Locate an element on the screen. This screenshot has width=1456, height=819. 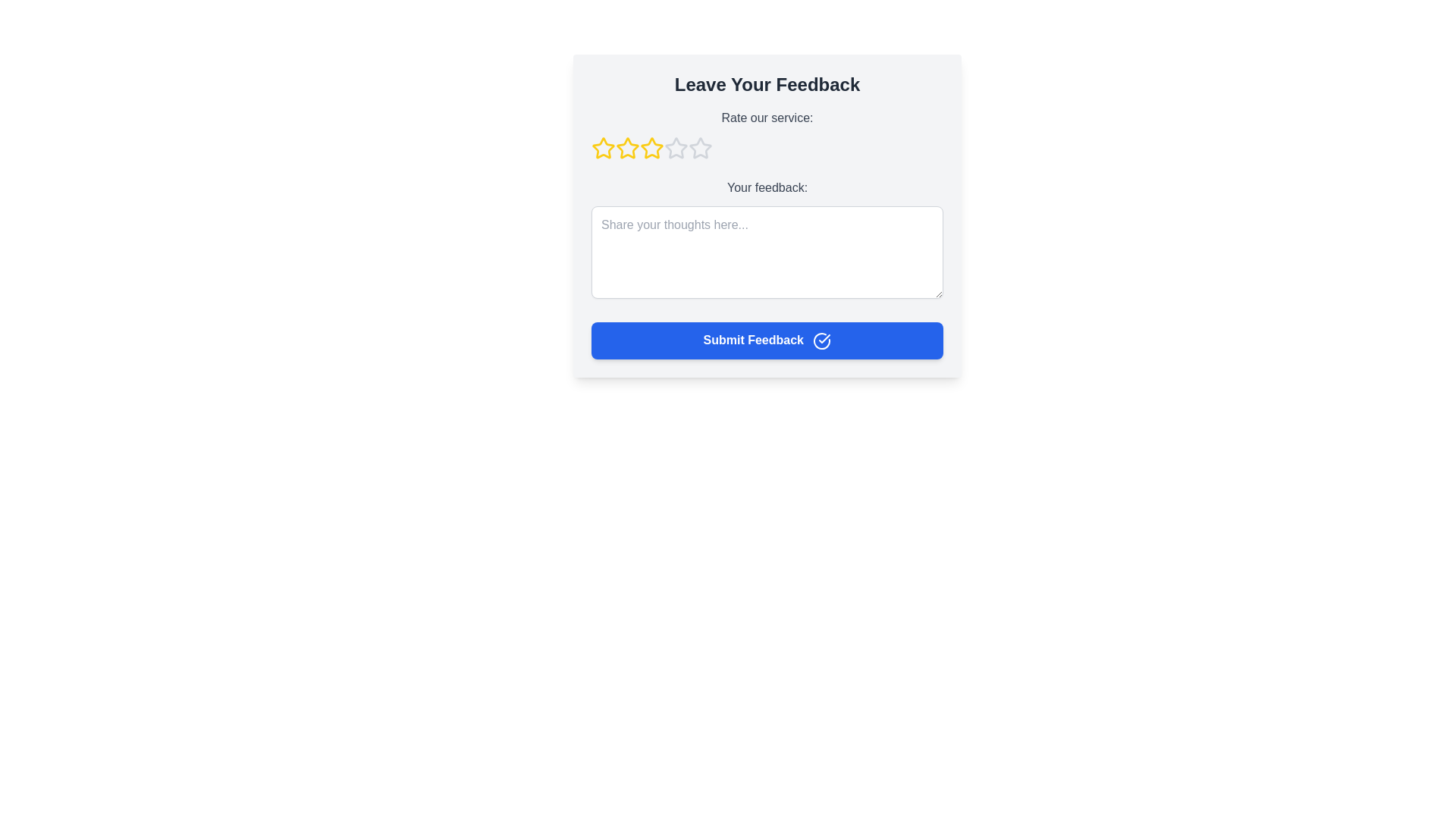
the confirmation icon located to the right of the 'Submit Feedback' button is located at coordinates (821, 340).